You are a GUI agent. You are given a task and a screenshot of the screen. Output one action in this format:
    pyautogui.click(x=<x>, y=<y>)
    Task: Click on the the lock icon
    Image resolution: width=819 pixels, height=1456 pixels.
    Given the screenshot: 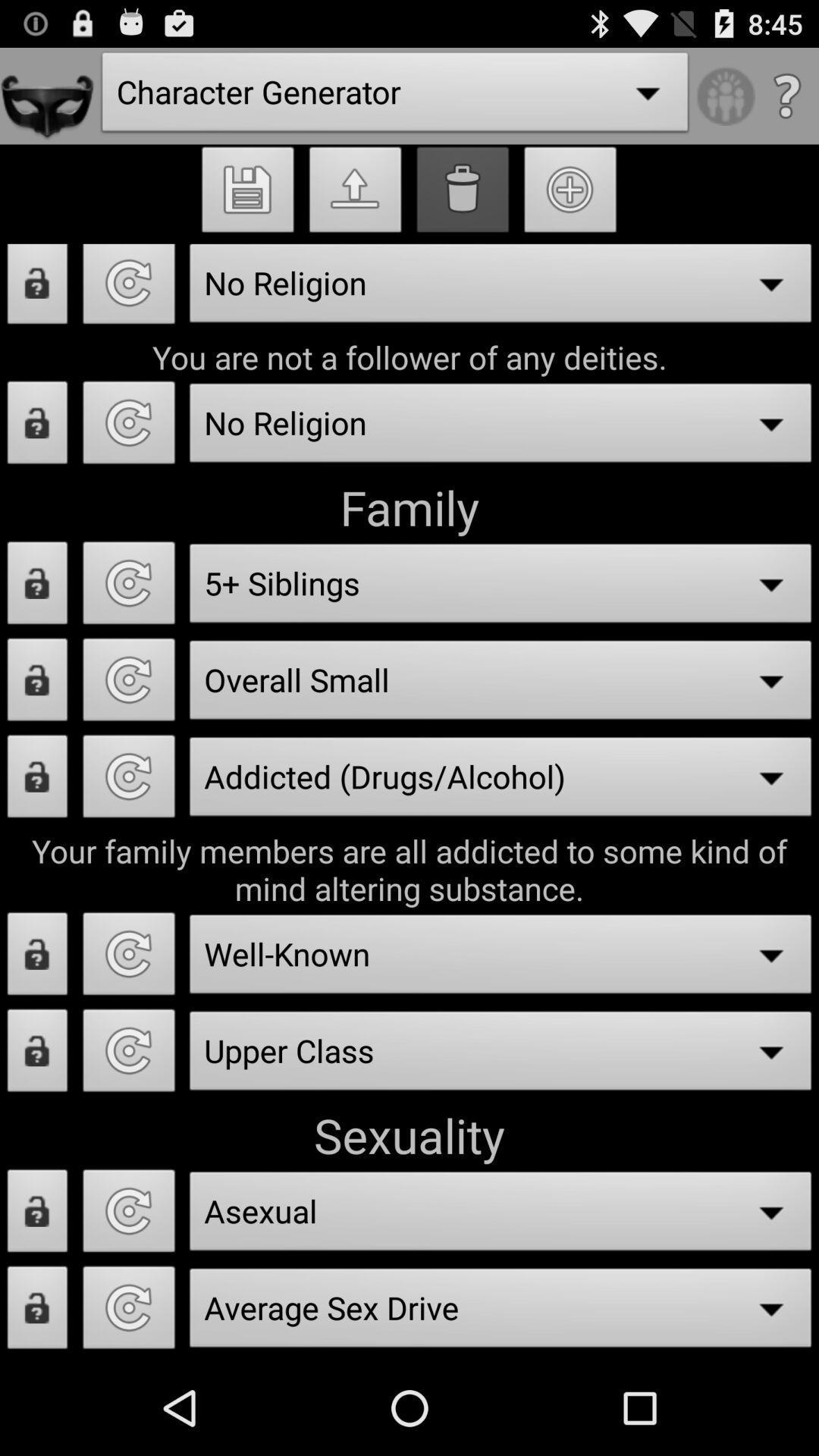 What is the action you would take?
    pyautogui.click(x=36, y=629)
    